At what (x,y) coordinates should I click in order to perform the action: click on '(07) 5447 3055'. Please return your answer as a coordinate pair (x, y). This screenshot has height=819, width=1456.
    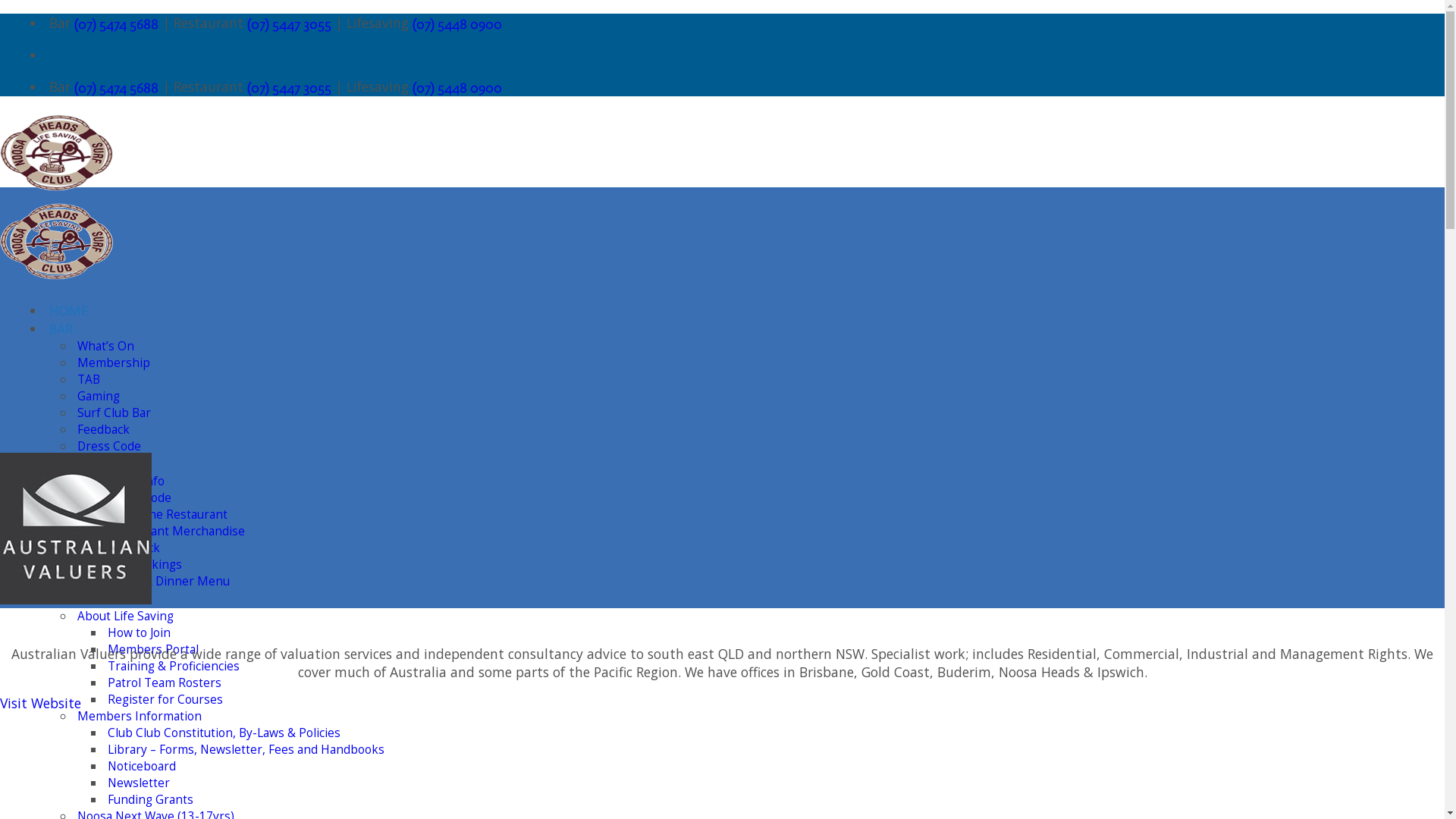
    Looking at the image, I should click on (289, 87).